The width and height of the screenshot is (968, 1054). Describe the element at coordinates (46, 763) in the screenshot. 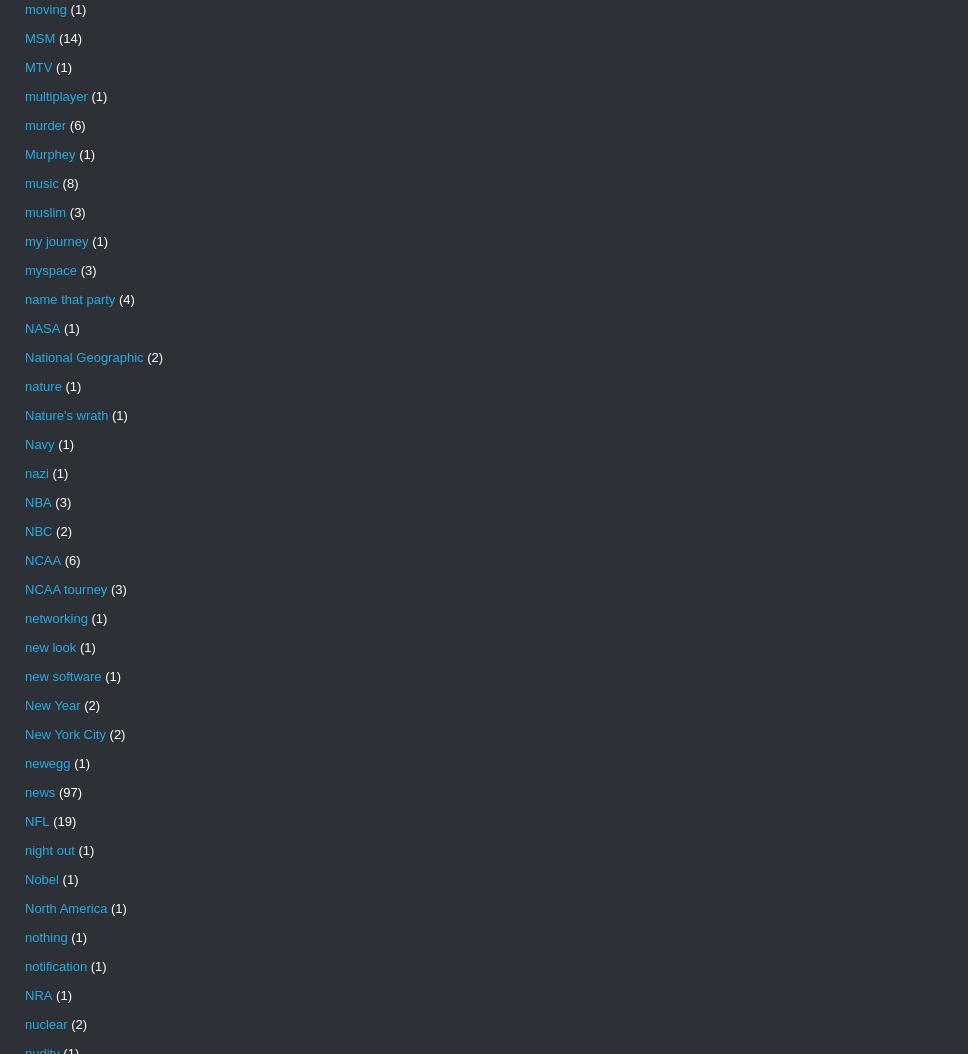

I see `'newegg'` at that location.